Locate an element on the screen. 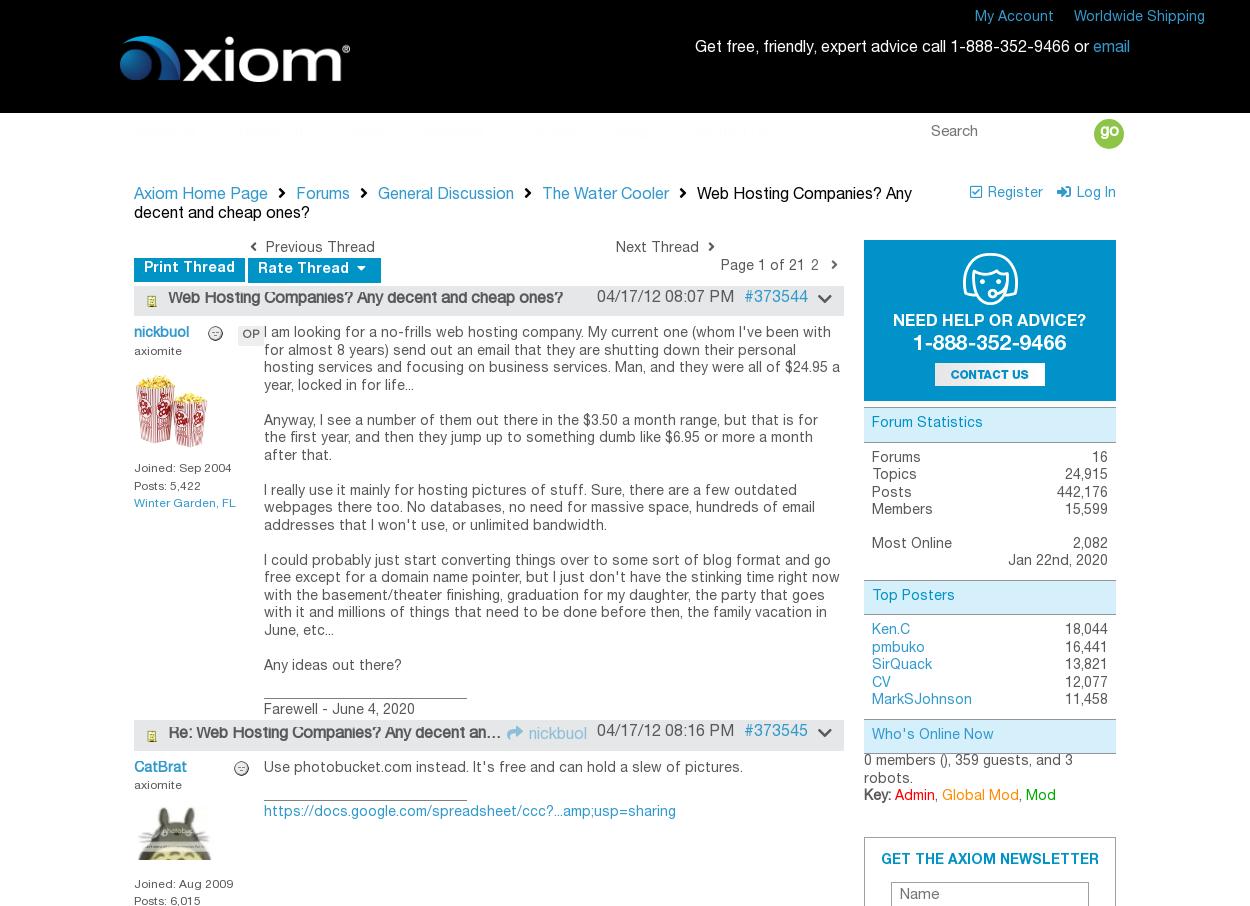  'Topics' is located at coordinates (893, 475).